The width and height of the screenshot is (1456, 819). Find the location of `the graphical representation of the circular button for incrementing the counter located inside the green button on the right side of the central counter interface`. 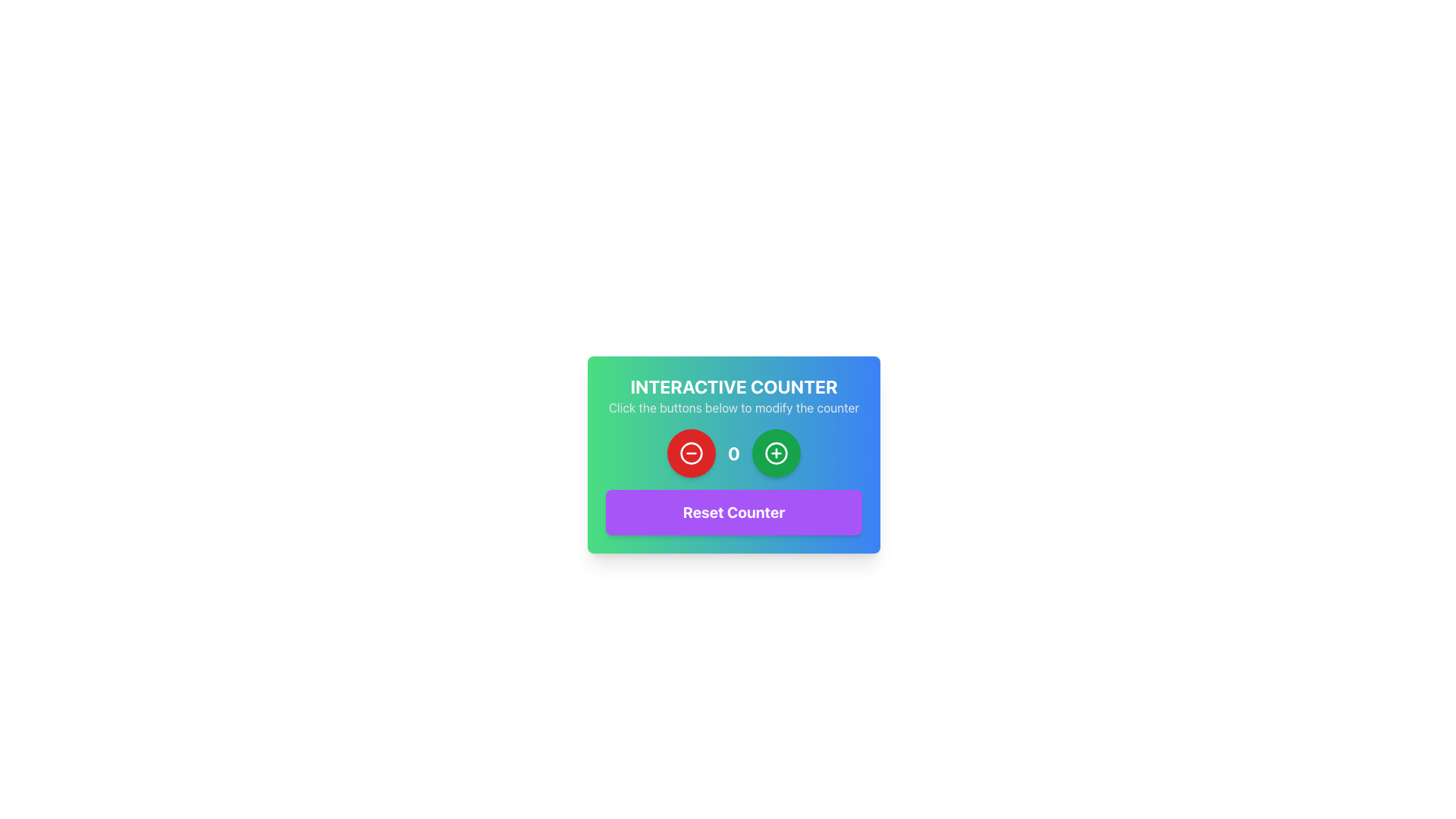

the graphical representation of the circular button for incrementing the counter located inside the green button on the right side of the central counter interface is located at coordinates (776, 452).